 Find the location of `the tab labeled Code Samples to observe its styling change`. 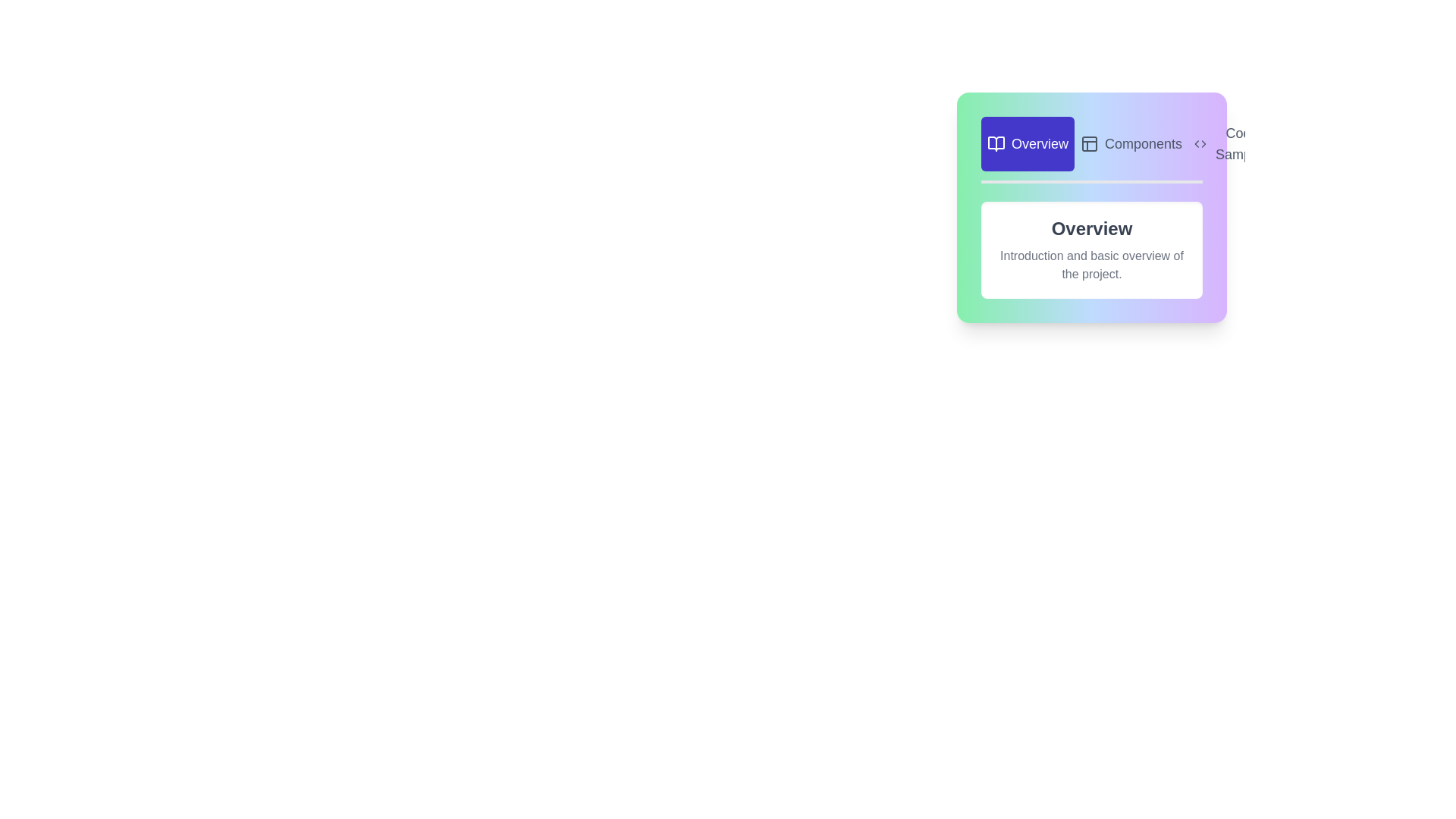

the tab labeled Code Samples to observe its styling change is located at coordinates (1233, 143).